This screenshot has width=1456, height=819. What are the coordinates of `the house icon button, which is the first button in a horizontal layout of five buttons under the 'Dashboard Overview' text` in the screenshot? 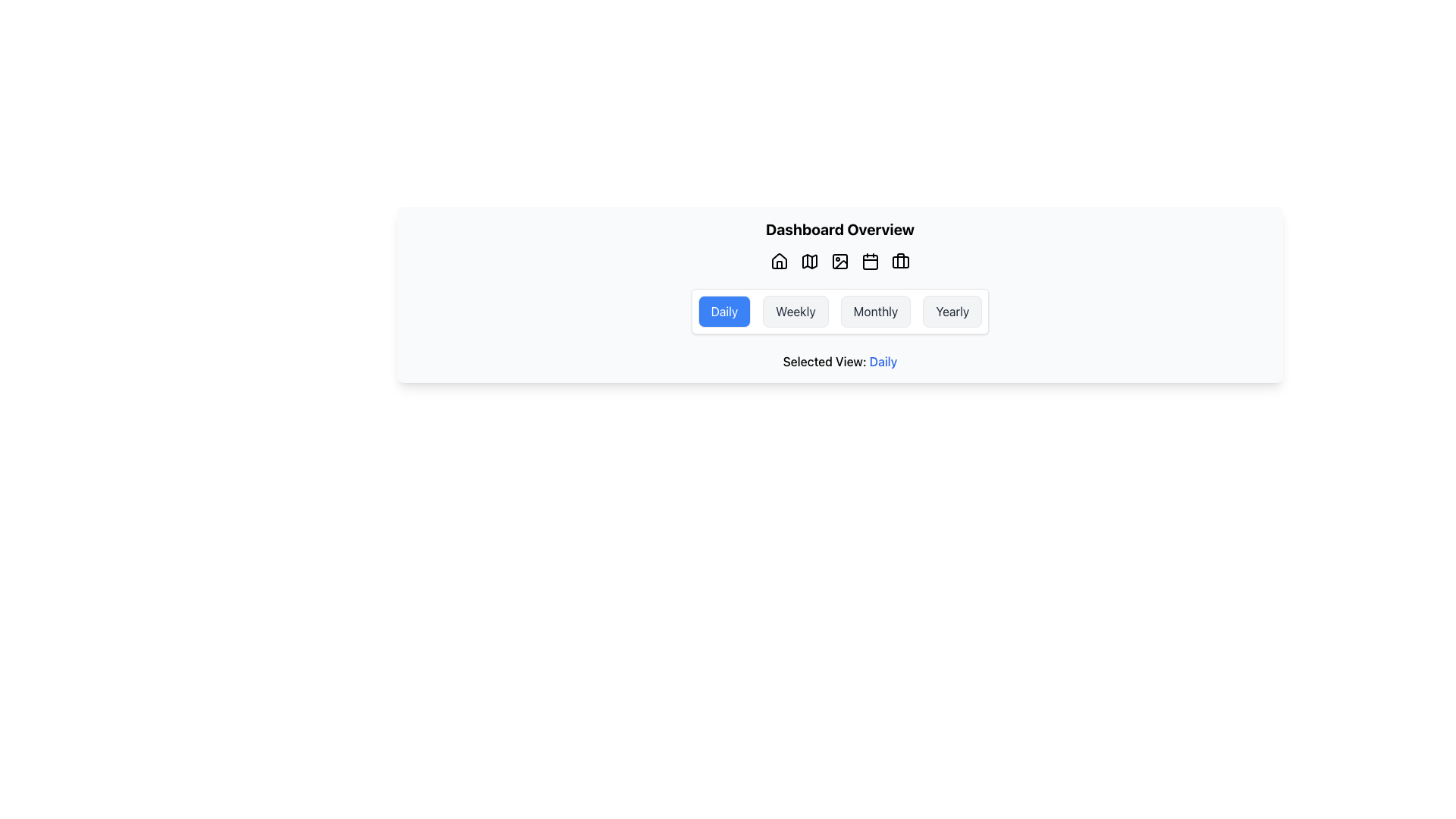 It's located at (779, 260).